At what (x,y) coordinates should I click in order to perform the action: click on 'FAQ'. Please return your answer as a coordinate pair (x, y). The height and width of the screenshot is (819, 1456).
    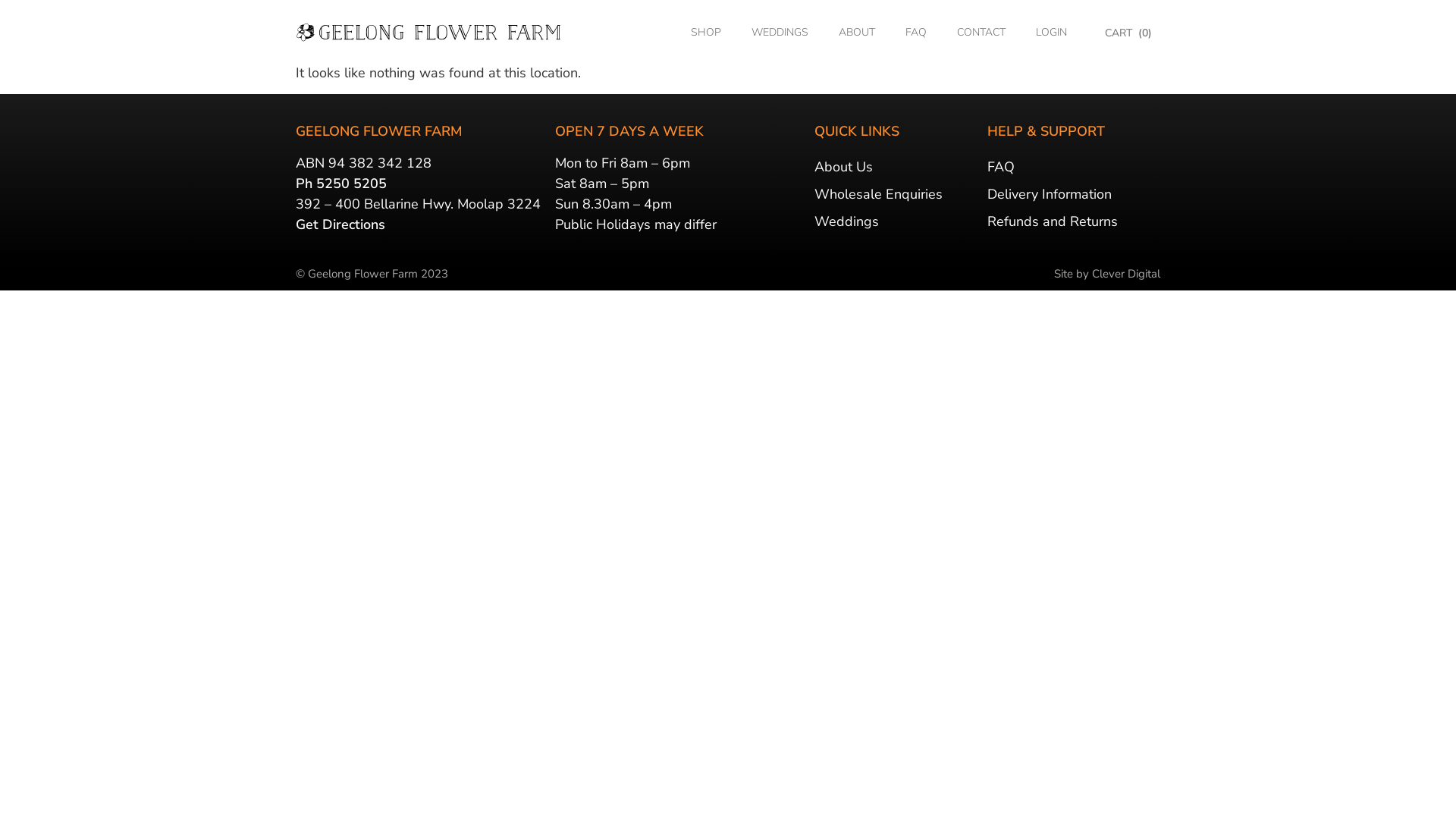
    Looking at the image, I should click on (915, 32).